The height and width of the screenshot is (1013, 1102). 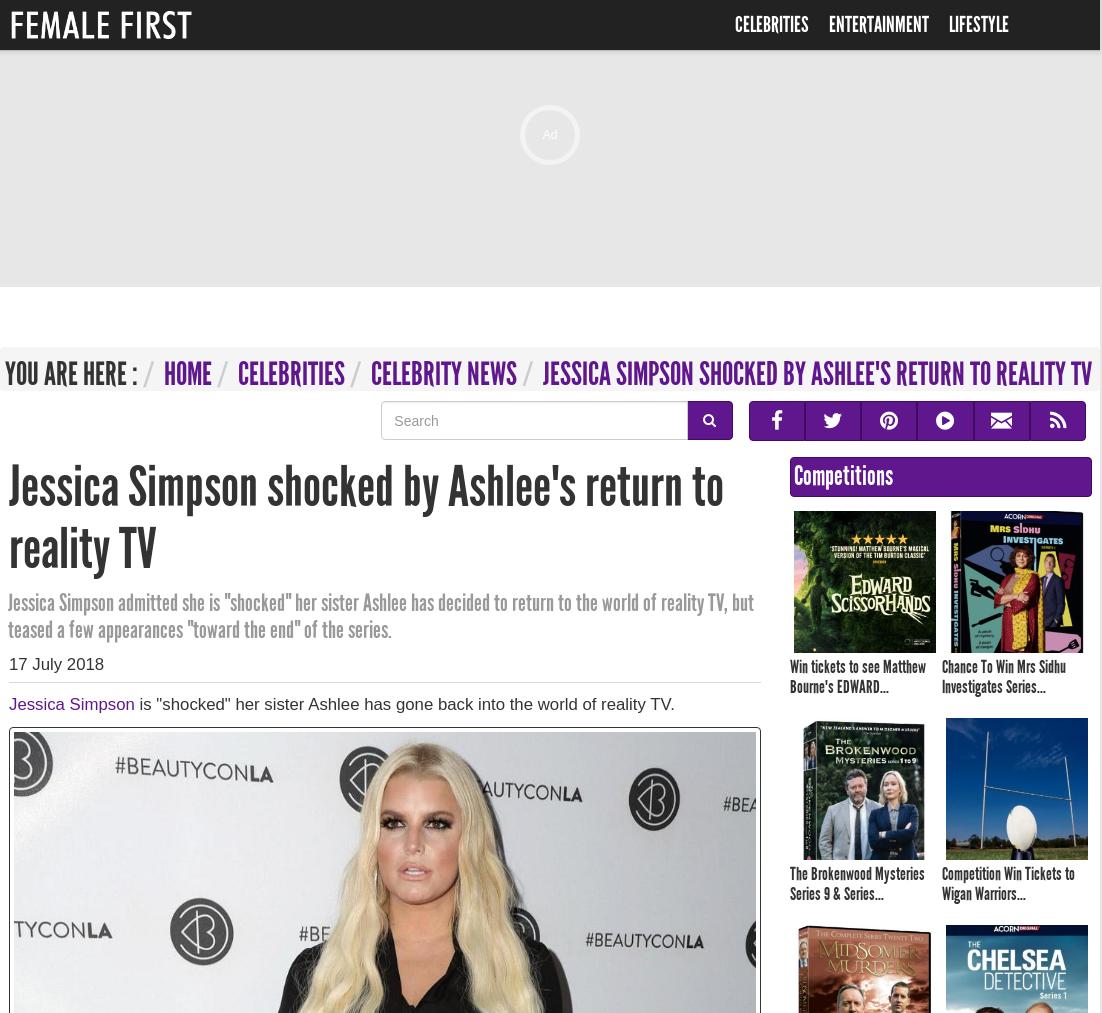 What do you see at coordinates (56, 662) in the screenshot?
I see `'17 July 2018'` at bounding box center [56, 662].